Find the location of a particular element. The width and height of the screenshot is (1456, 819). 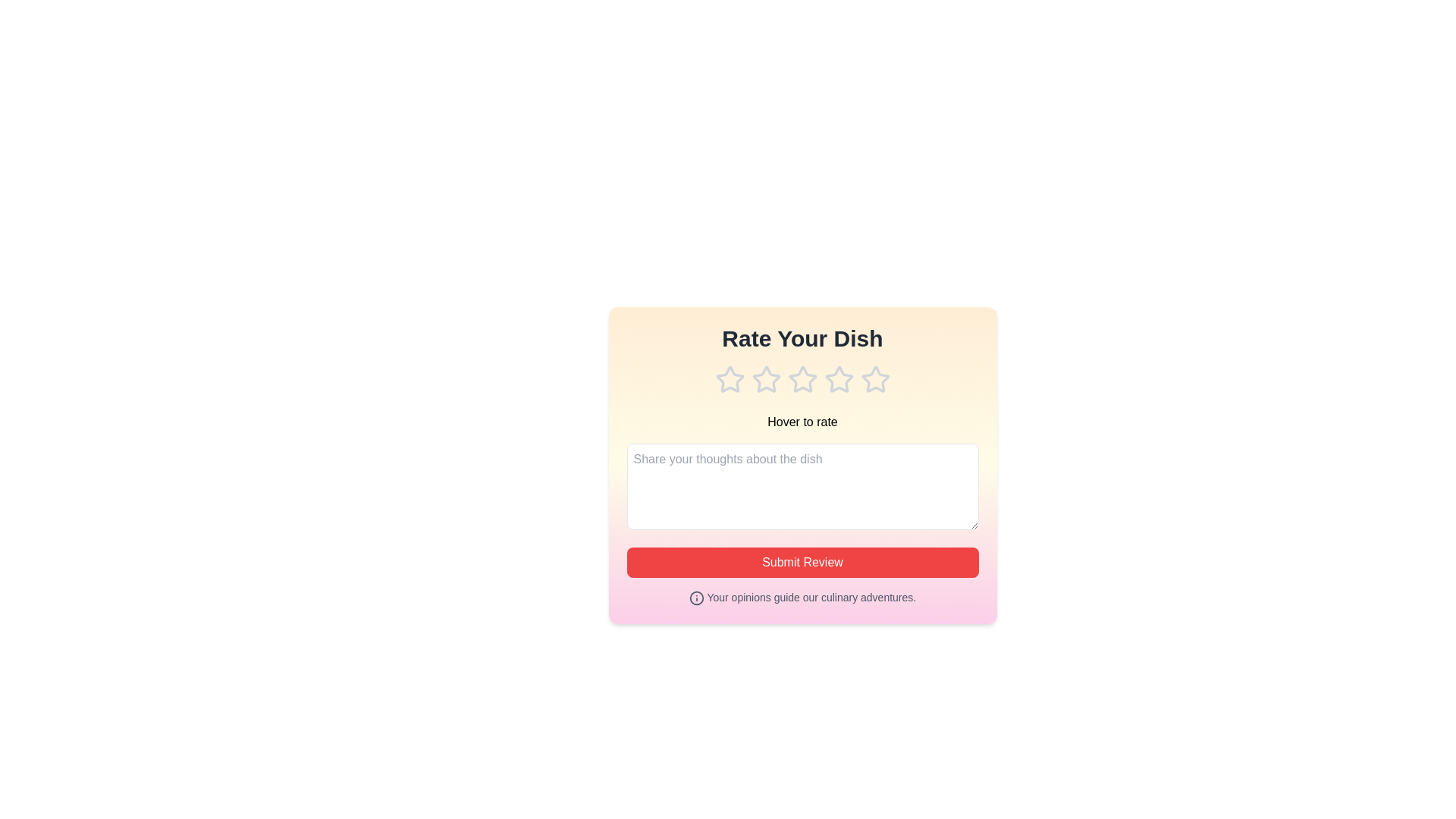

the text area and type the feedback is located at coordinates (802, 486).